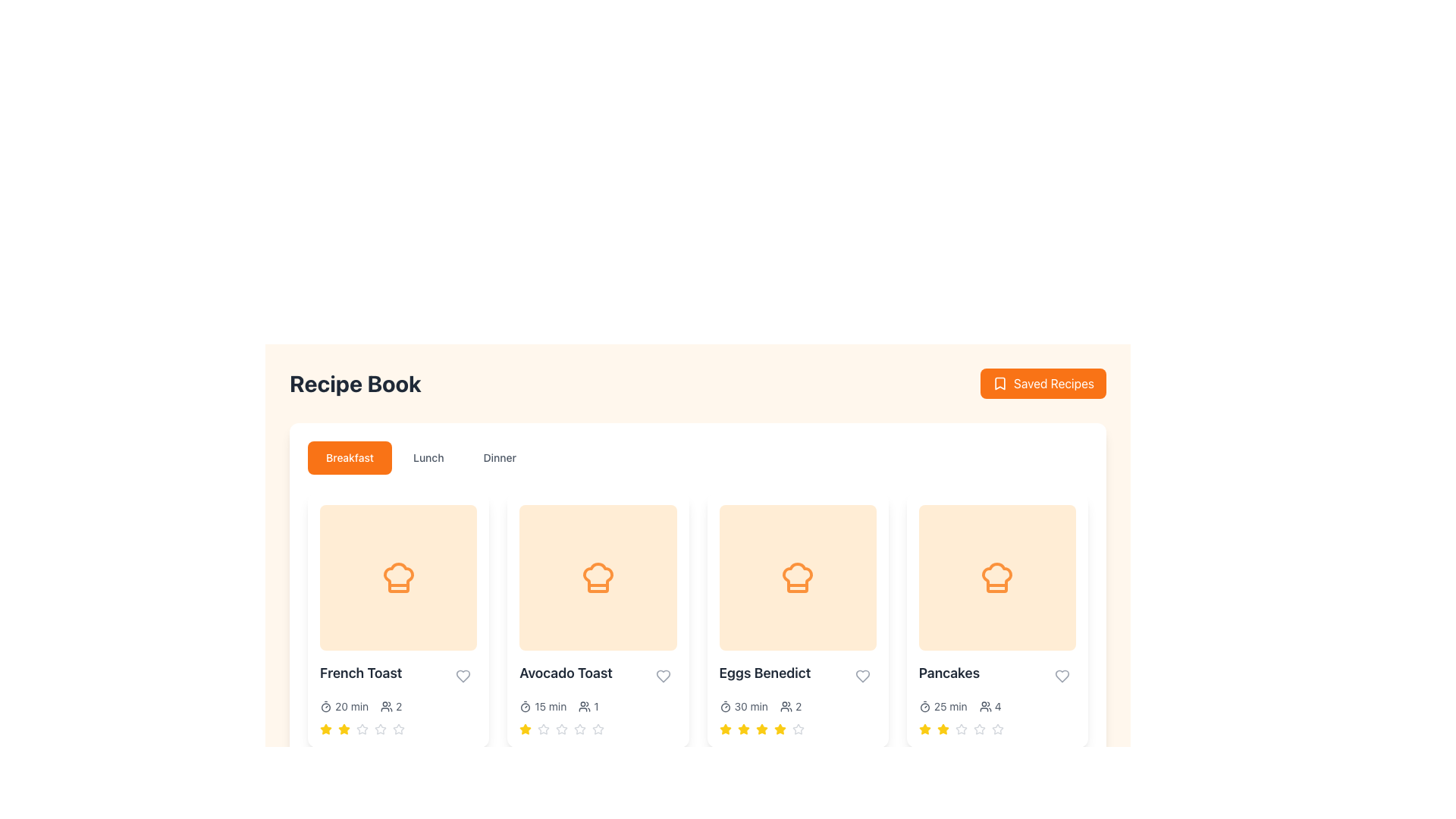  What do you see at coordinates (960, 728) in the screenshot?
I see `the muted gray star icon, which is the fourth star in the star rating widget for the 'Pancakes' item card` at bounding box center [960, 728].